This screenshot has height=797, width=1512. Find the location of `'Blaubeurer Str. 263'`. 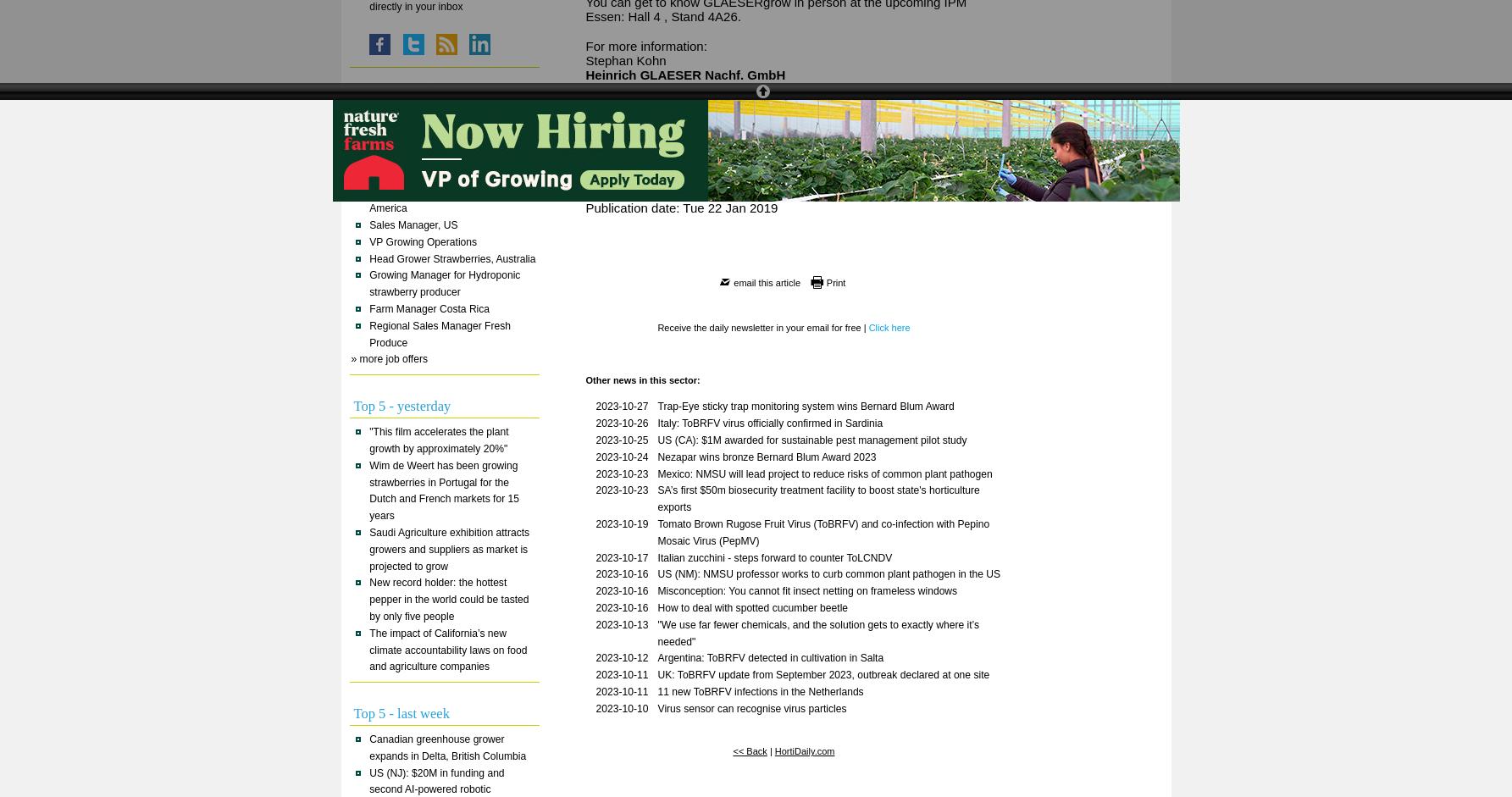

'Blaubeurer Str. 263' is located at coordinates (639, 89).